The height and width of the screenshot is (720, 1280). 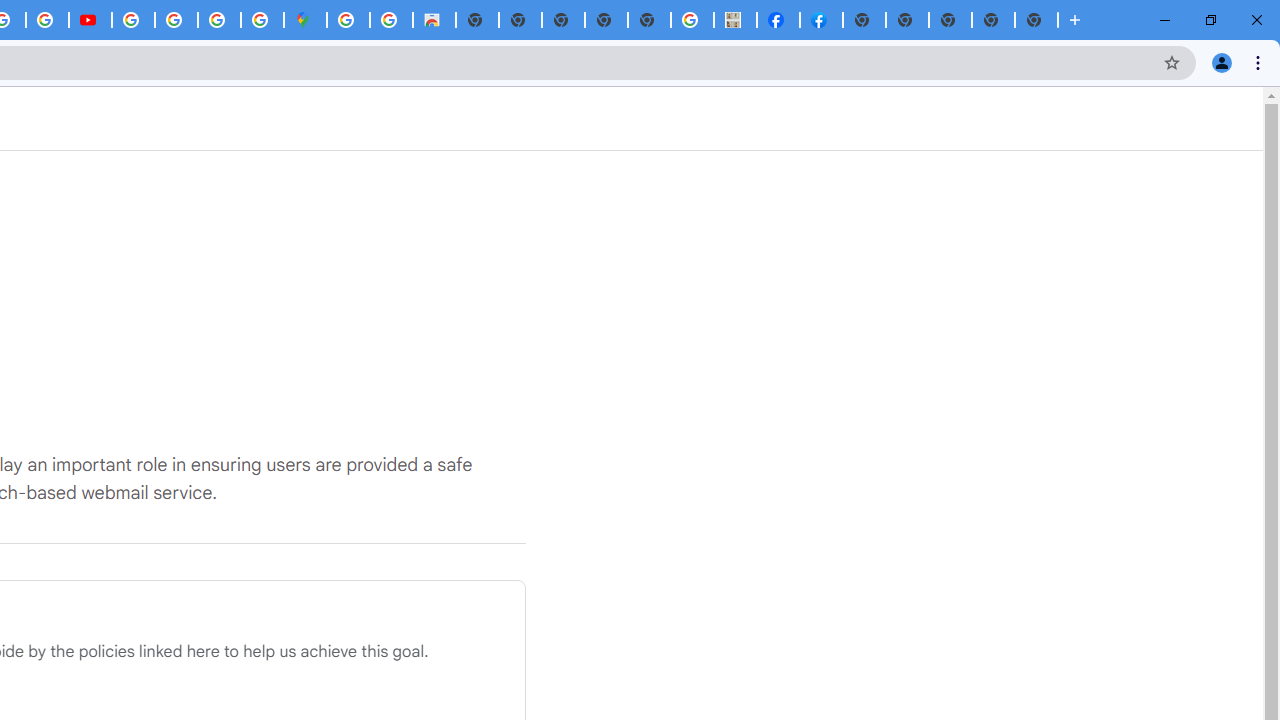 What do you see at coordinates (1036, 20) in the screenshot?
I see `'New Tab'` at bounding box center [1036, 20].